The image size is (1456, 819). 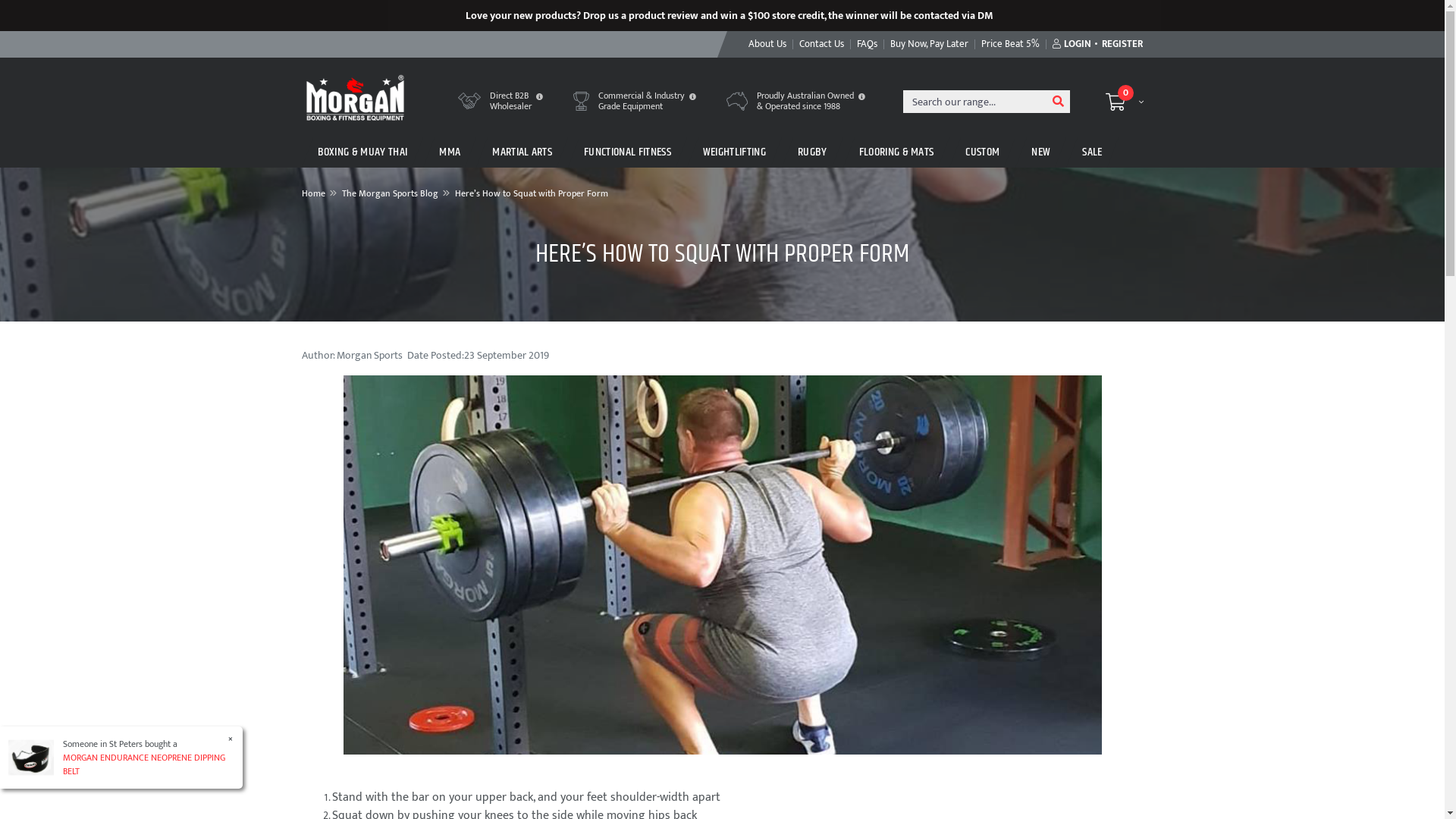 What do you see at coordinates (767, 43) in the screenshot?
I see `'About Us'` at bounding box center [767, 43].